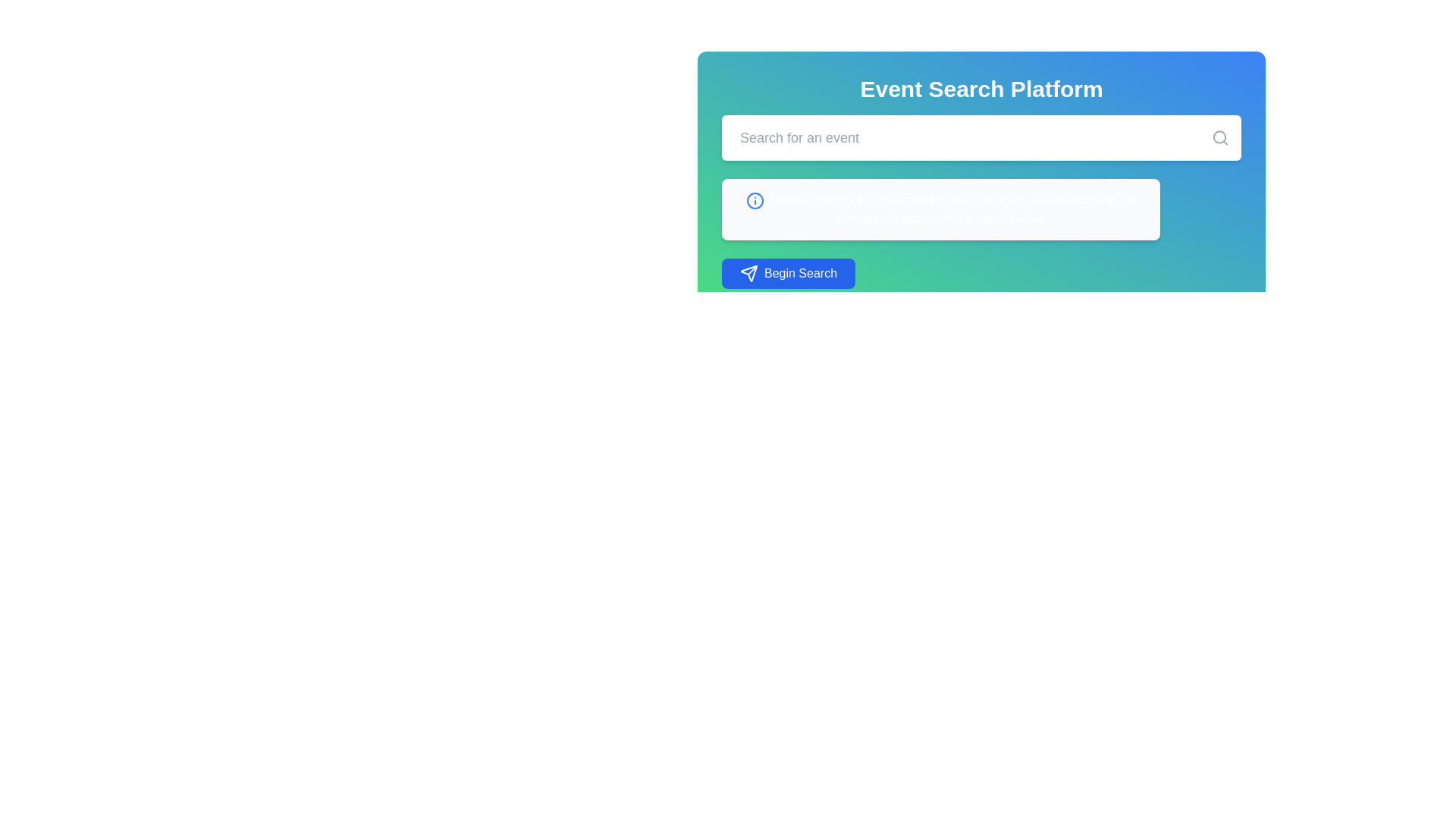  Describe the element at coordinates (789, 271) in the screenshot. I see `the 'Begin Search' button` at that location.